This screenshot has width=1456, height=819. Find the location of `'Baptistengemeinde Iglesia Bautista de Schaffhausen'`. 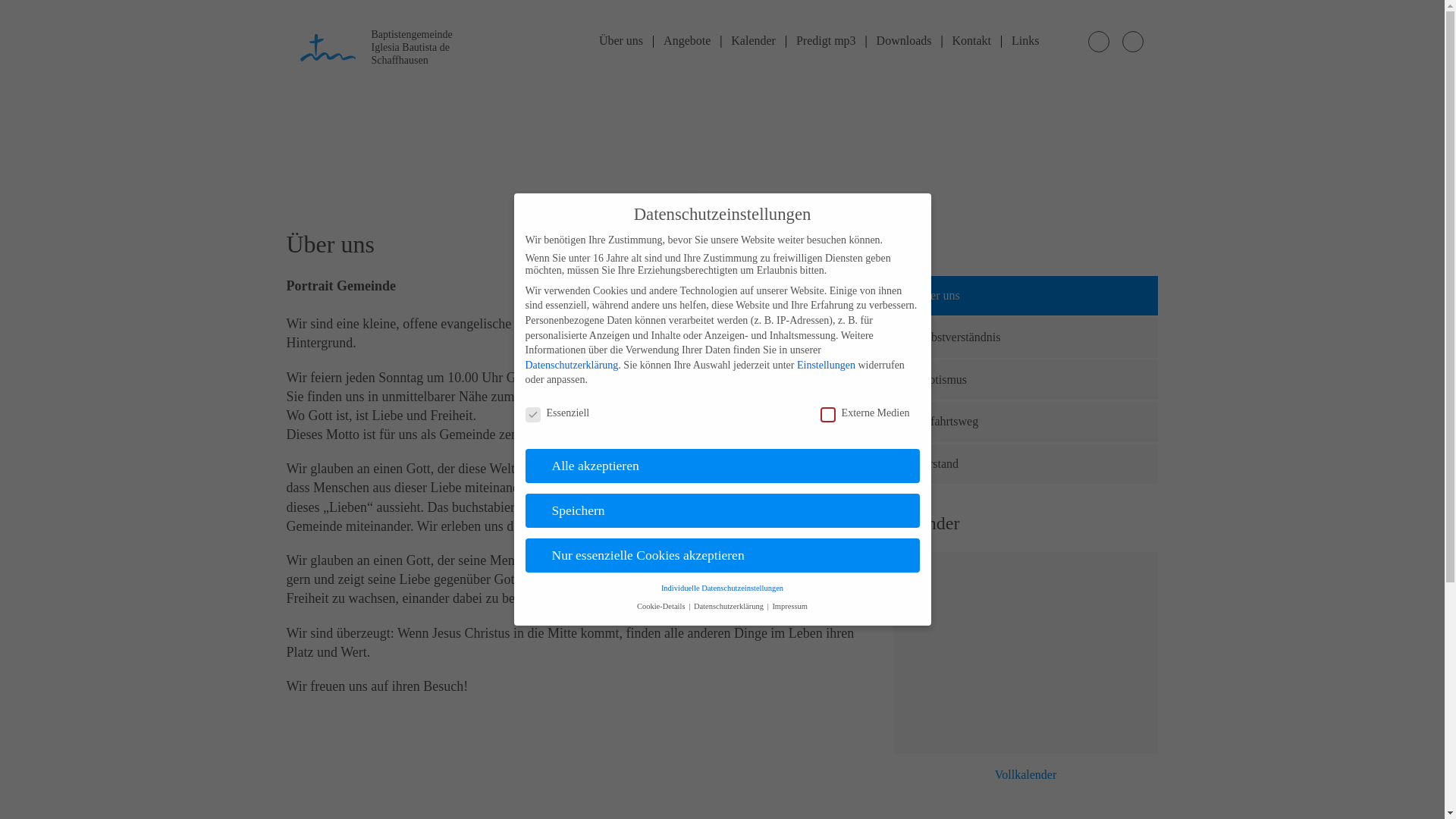

'Baptistengemeinde Iglesia Bautista de Schaffhausen' is located at coordinates (300, 45).